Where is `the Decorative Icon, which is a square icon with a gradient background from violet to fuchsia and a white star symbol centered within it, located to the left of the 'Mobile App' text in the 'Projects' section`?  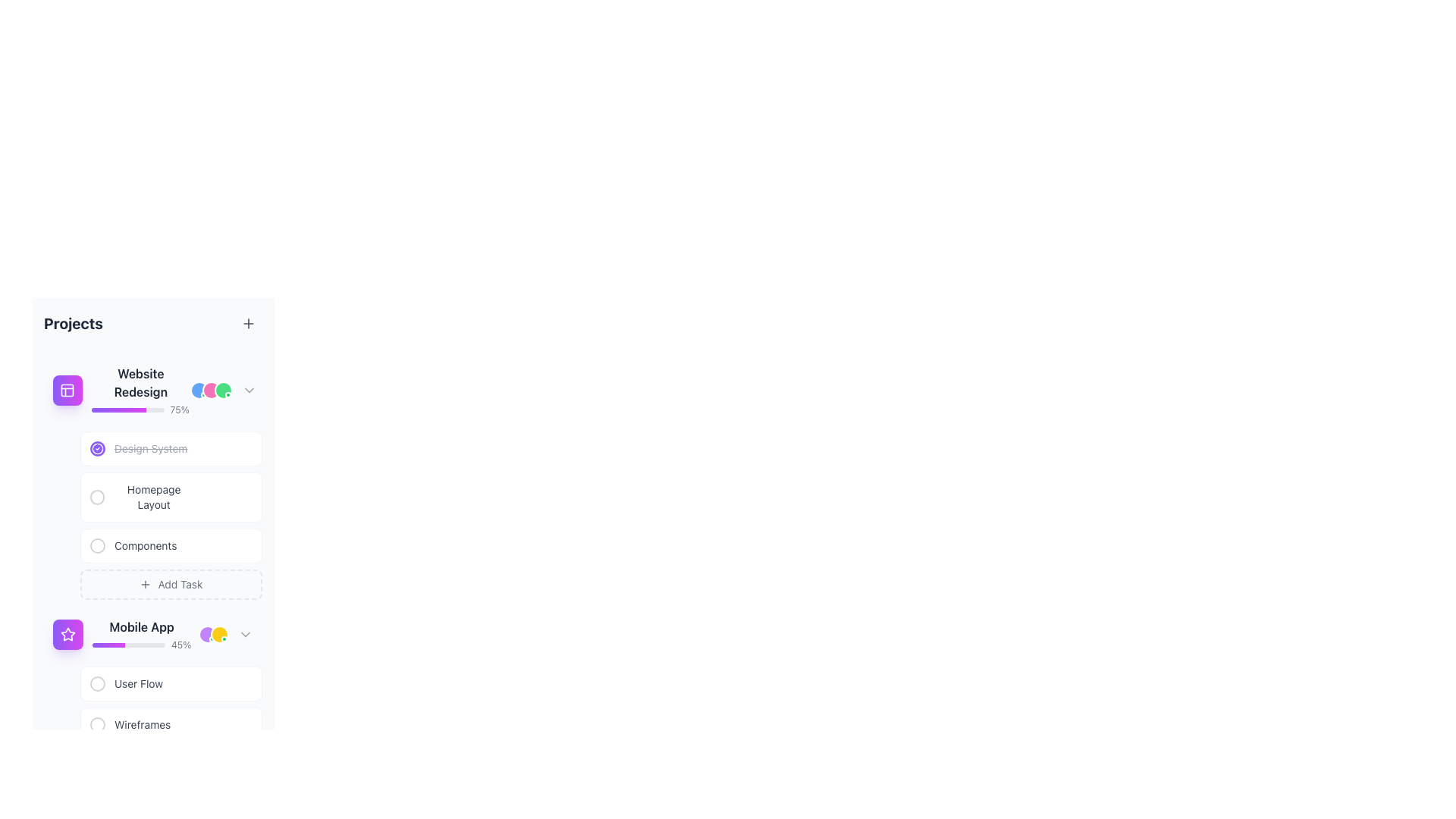 the Decorative Icon, which is a square icon with a gradient background from violet to fuchsia and a white star symbol centered within it, located to the left of the 'Mobile App' text in the 'Projects' section is located at coordinates (67, 635).